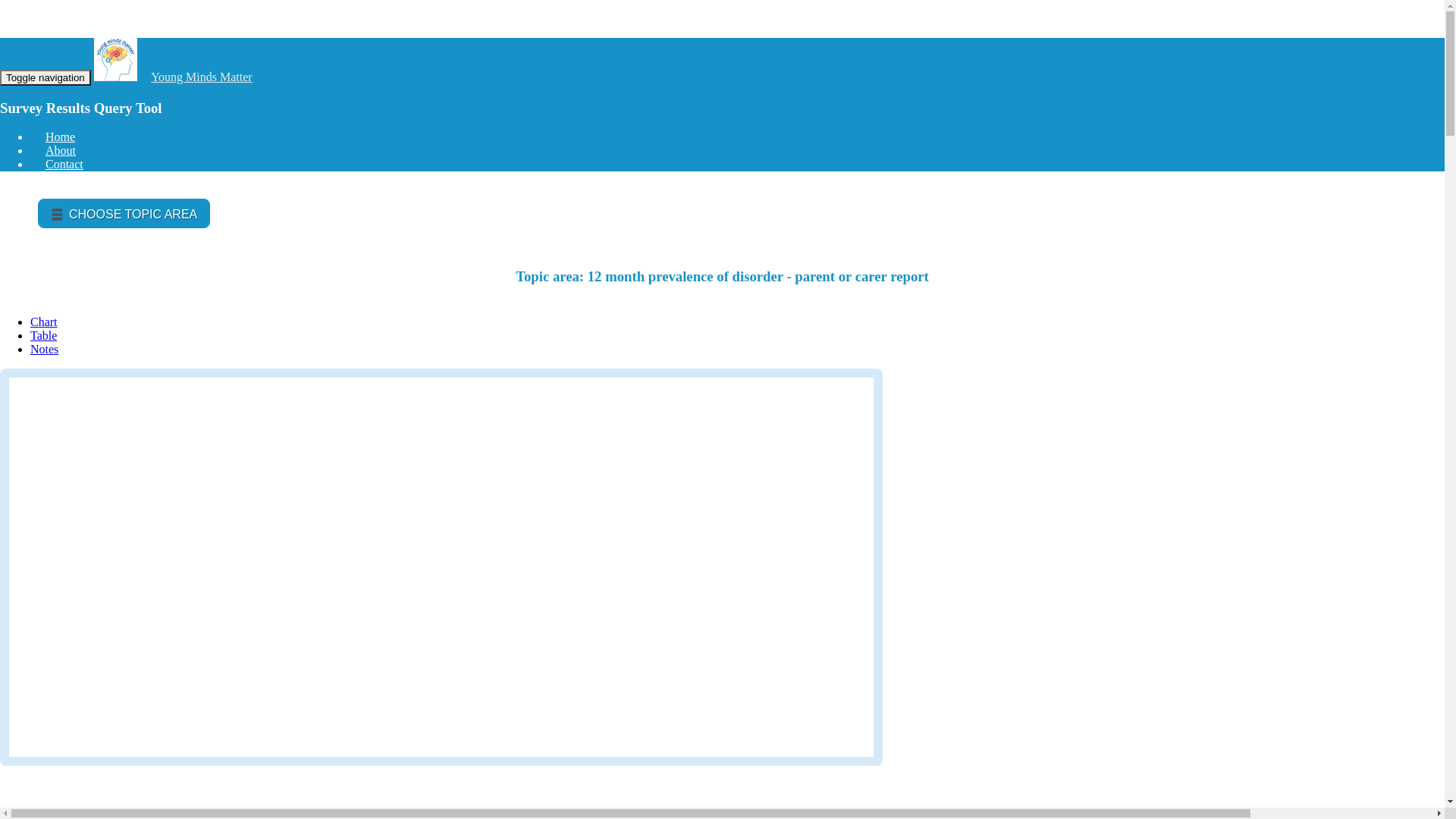 The image size is (1456, 819). What do you see at coordinates (61, 150) in the screenshot?
I see `'About'` at bounding box center [61, 150].